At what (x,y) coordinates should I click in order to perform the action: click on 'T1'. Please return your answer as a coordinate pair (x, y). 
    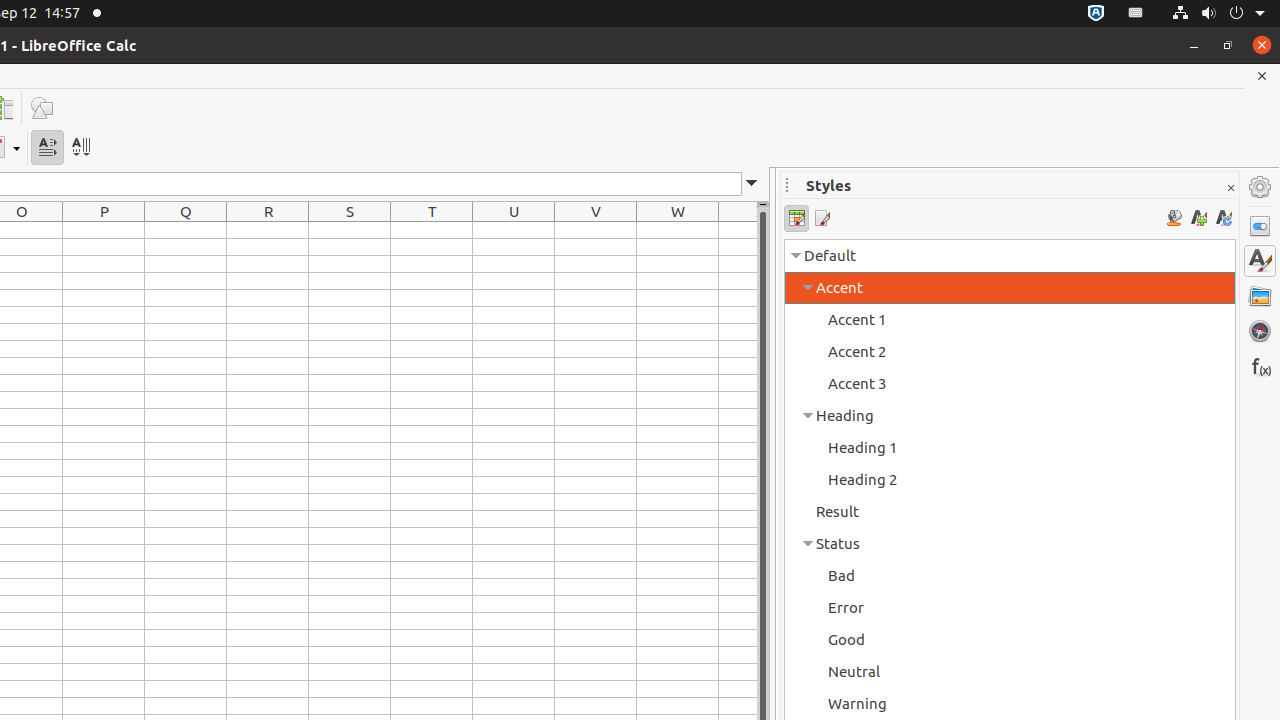
    Looking at the image, I should click on (431, 229).